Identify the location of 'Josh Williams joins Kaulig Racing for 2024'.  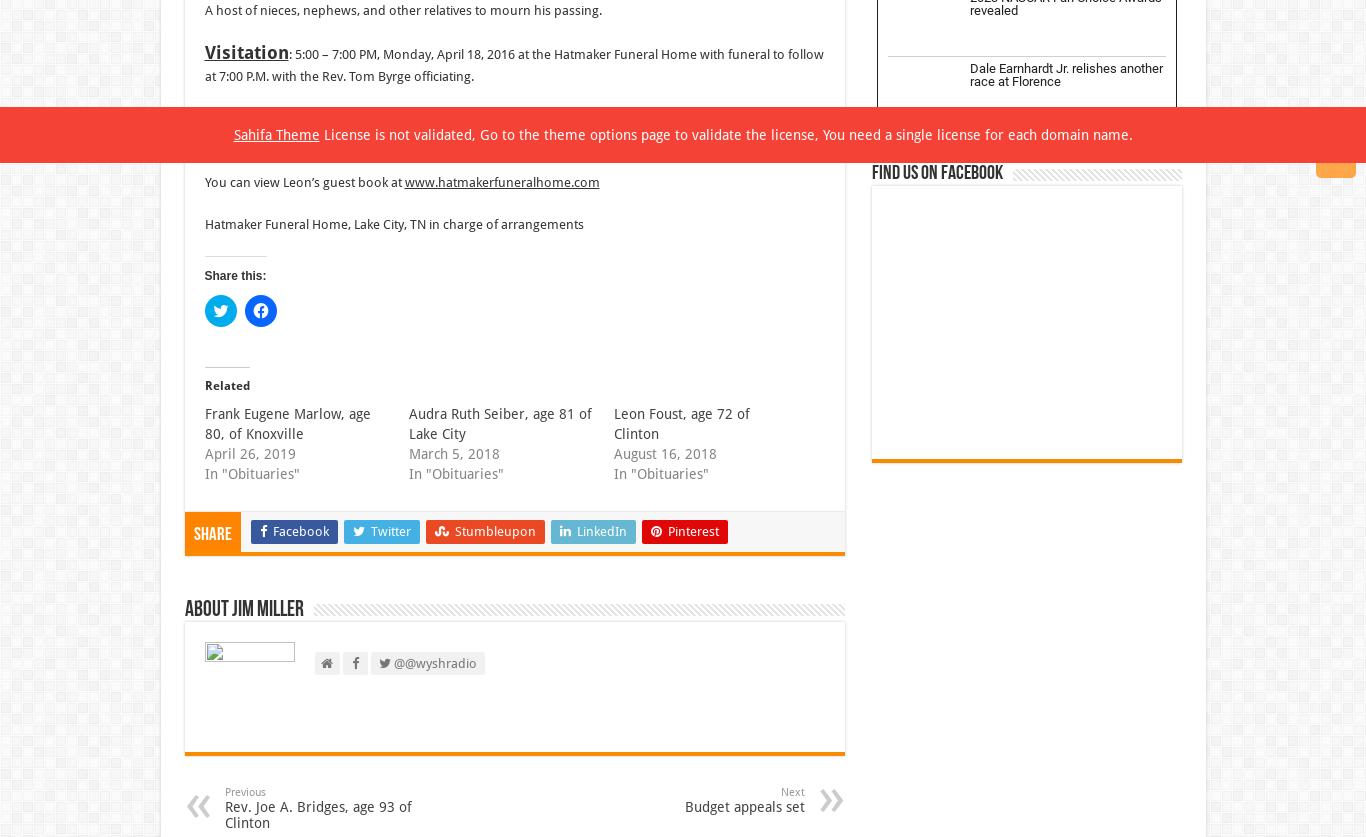
(1062, 216).